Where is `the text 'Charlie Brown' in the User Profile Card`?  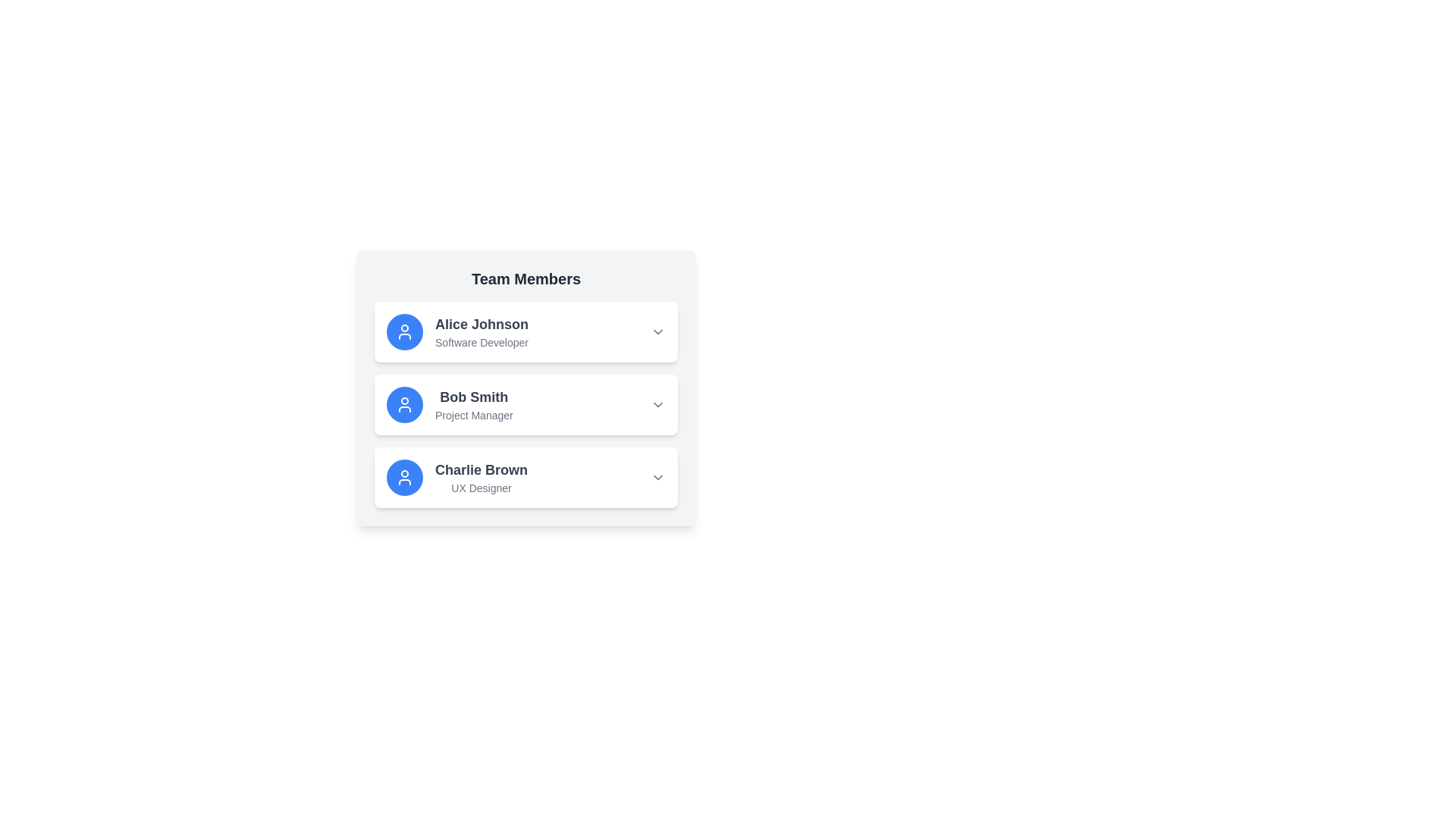
the text 'Charlie Brown' in the User Profile Card is located at coordinates (457, 476).